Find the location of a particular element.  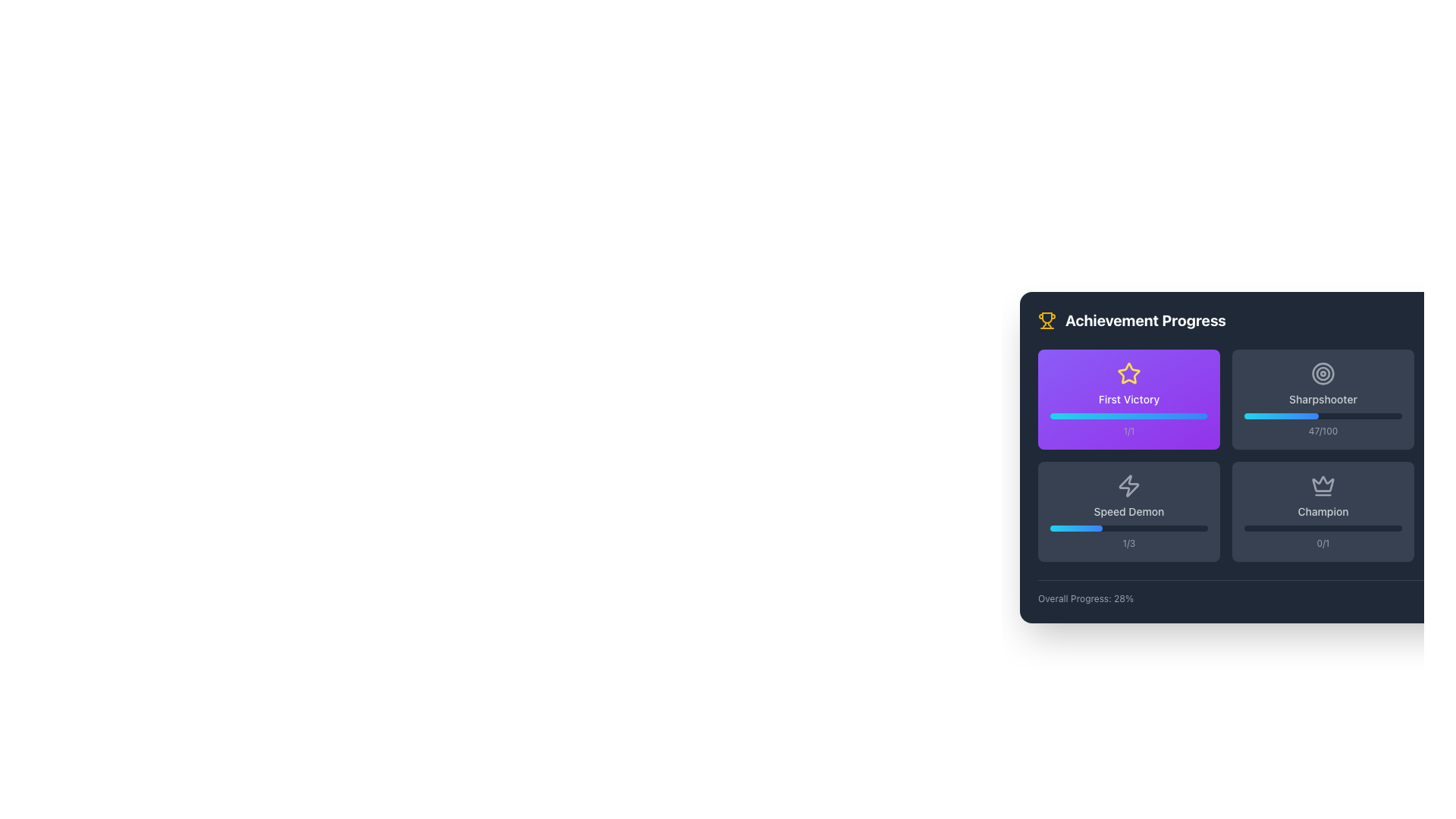

the filled portion of the horizontal progress bar segment under the 'Speed Demon' label in the 'Achievement Progress' card is located at coordinates (1075, 528).